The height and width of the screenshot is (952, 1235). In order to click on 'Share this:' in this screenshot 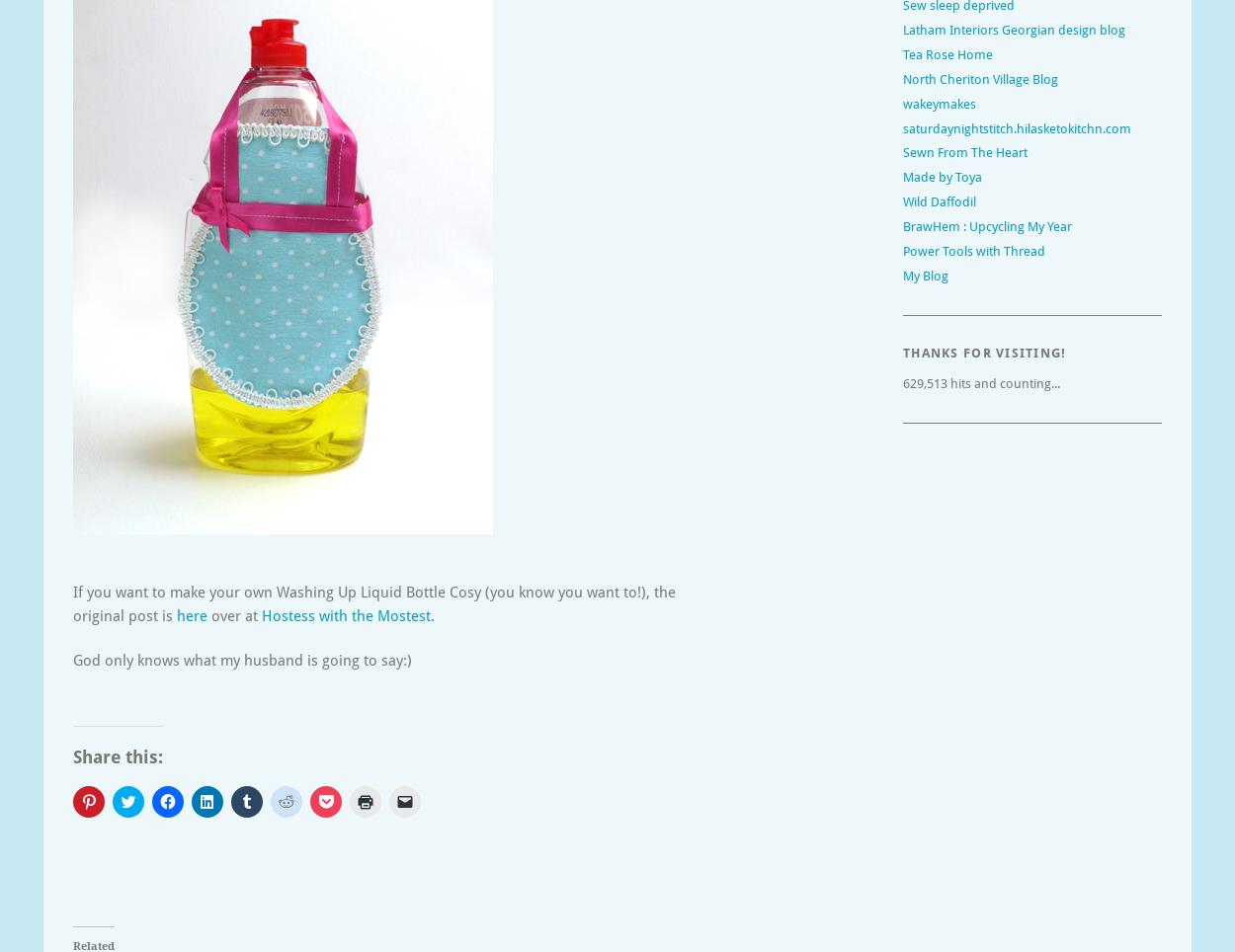, I will do `click(117, 755)`.